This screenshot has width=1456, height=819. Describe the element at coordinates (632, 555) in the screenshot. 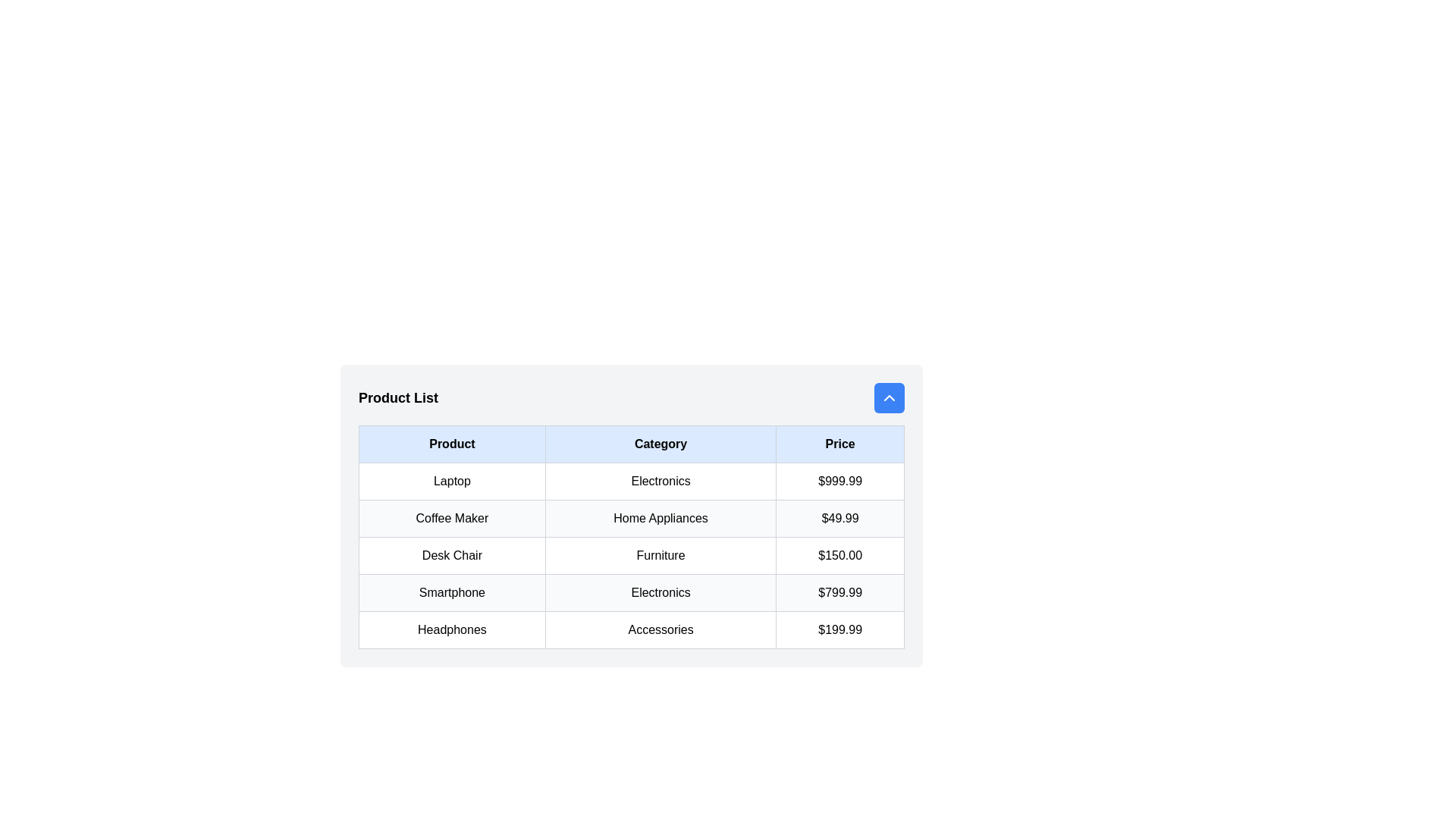

I see `to select the third row in the 'Product List' table, which provides information about a specific product, positioned between 'Coffee Maker' and 'Smartphone'` at that location.